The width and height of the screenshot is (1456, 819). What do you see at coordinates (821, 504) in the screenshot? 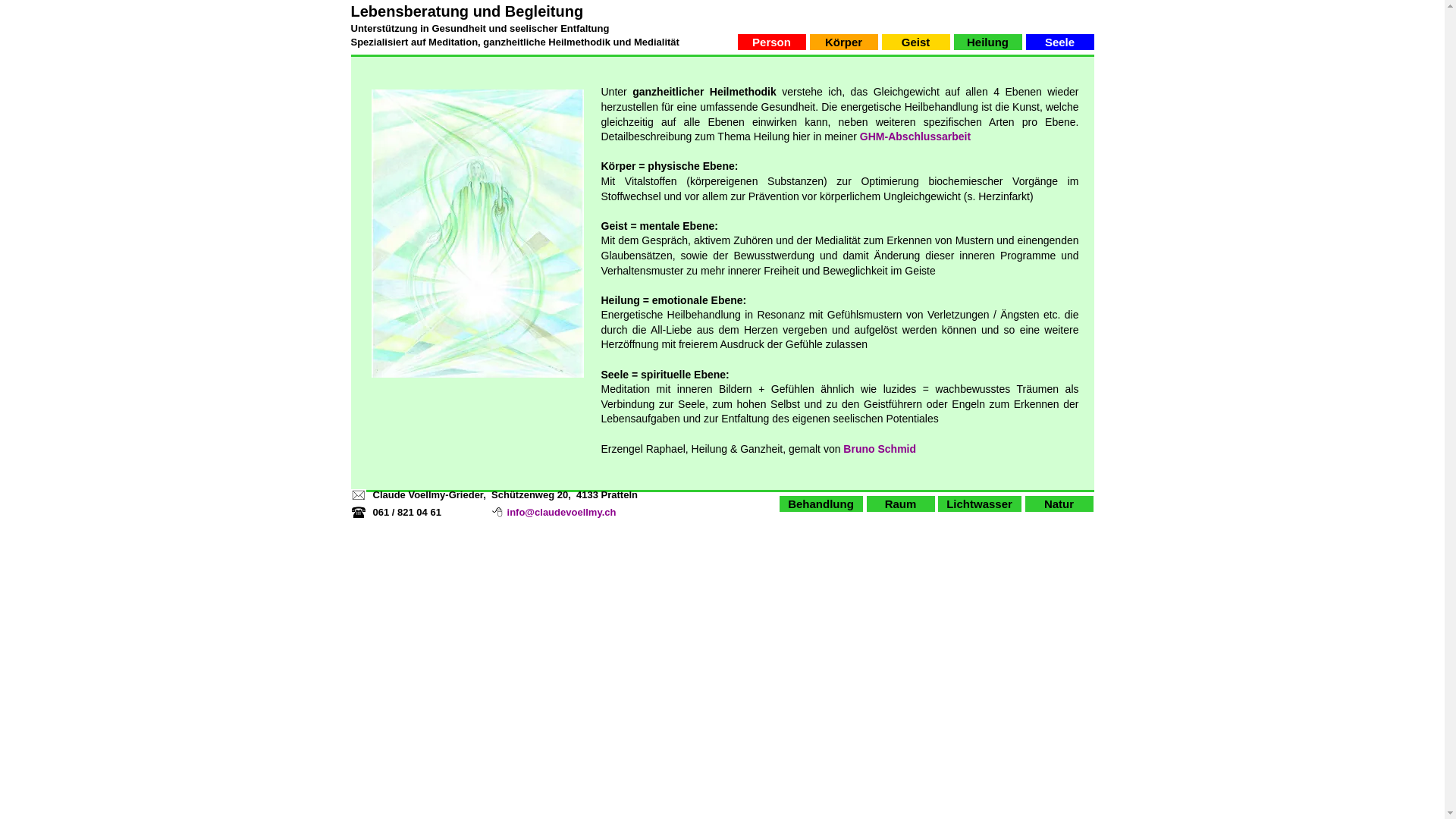
I see `'Behandlung'` at bounding box center [821, 504].